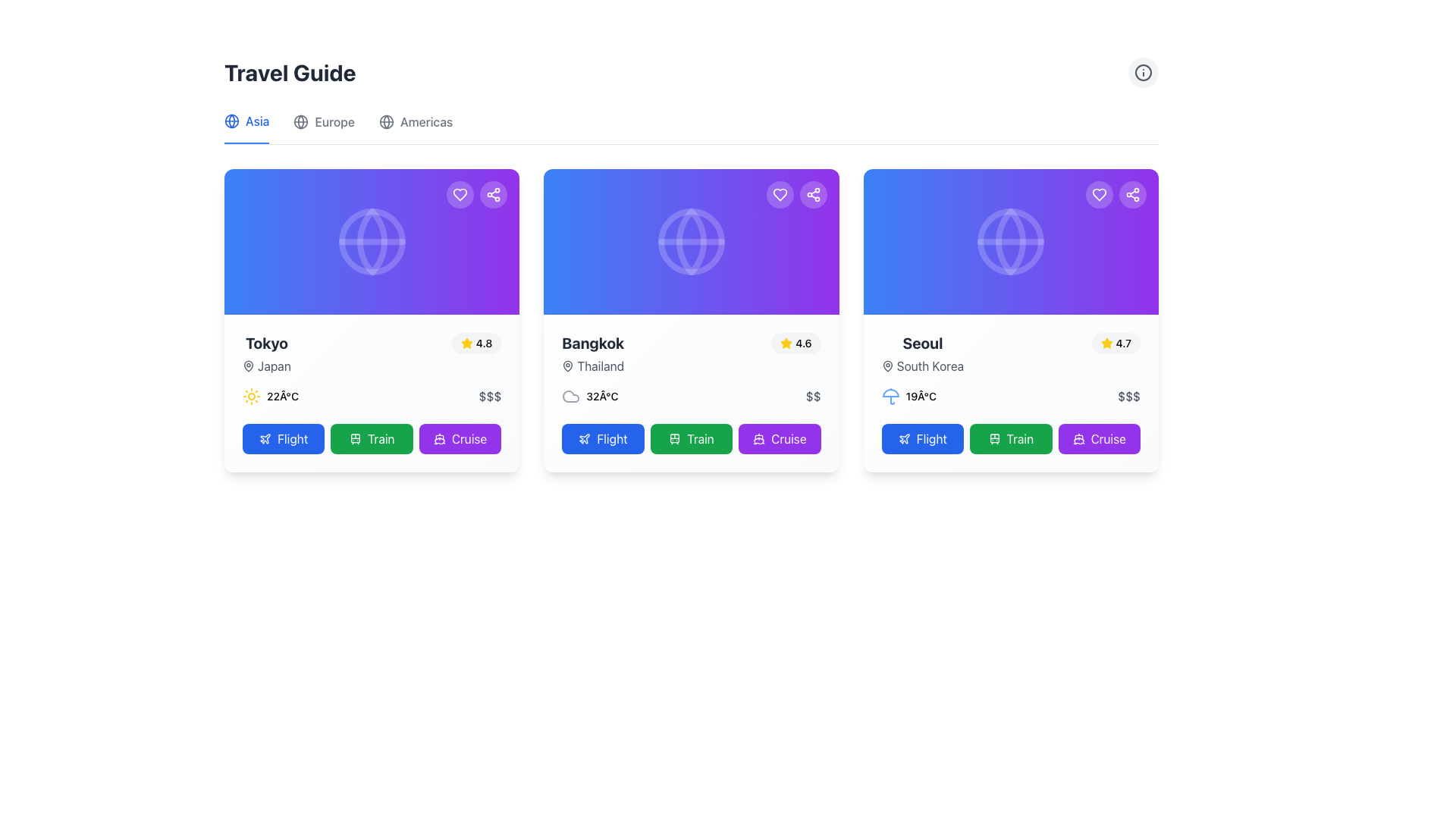 The width and height of the screenshot is (1456, 819). I want to click on the interactive control located centrally between the like and share buttons in the upper-right corner of the Tokyo card, so click(476, 194).